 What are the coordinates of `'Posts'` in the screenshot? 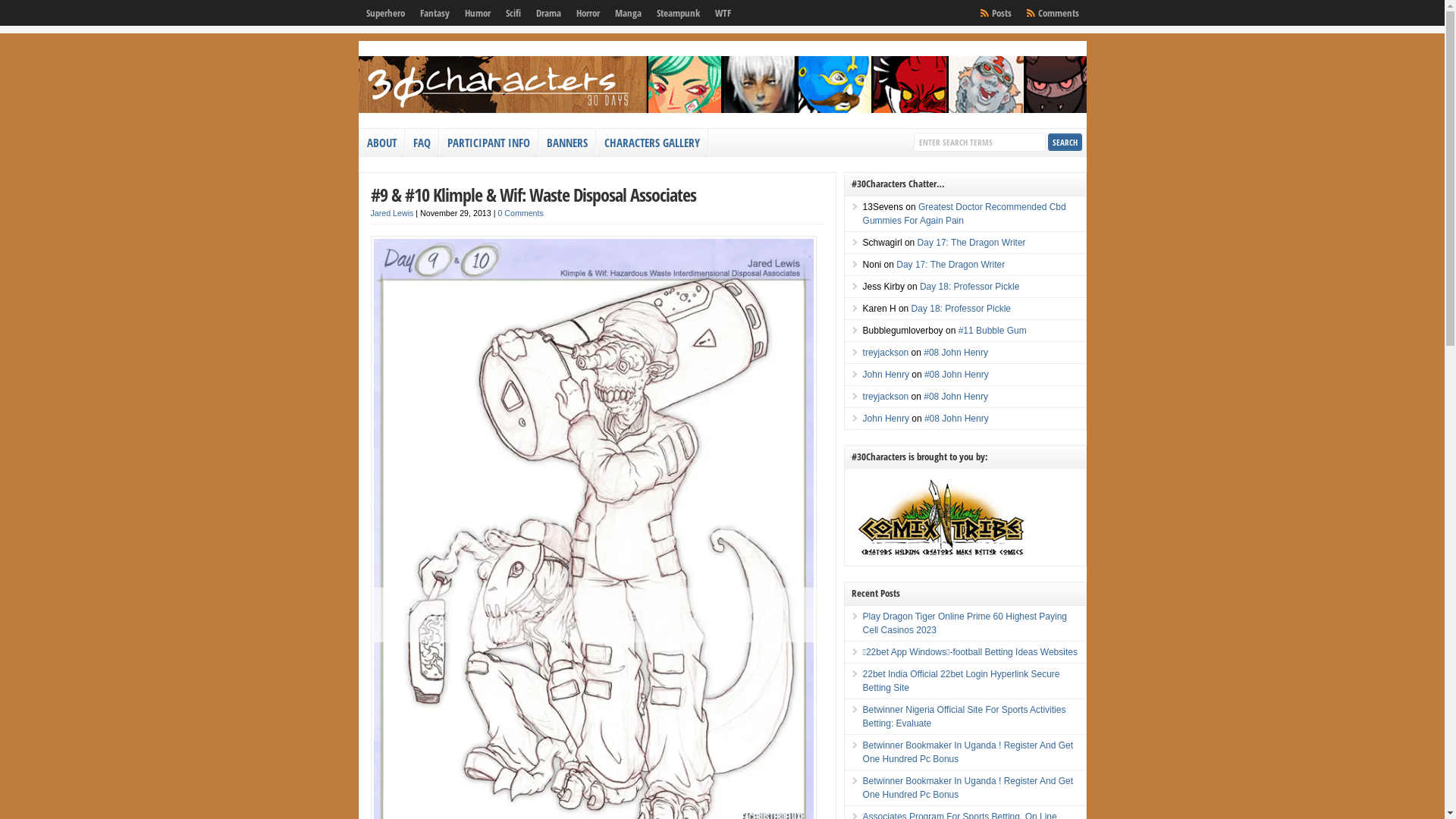 It's located at (1001, 12).